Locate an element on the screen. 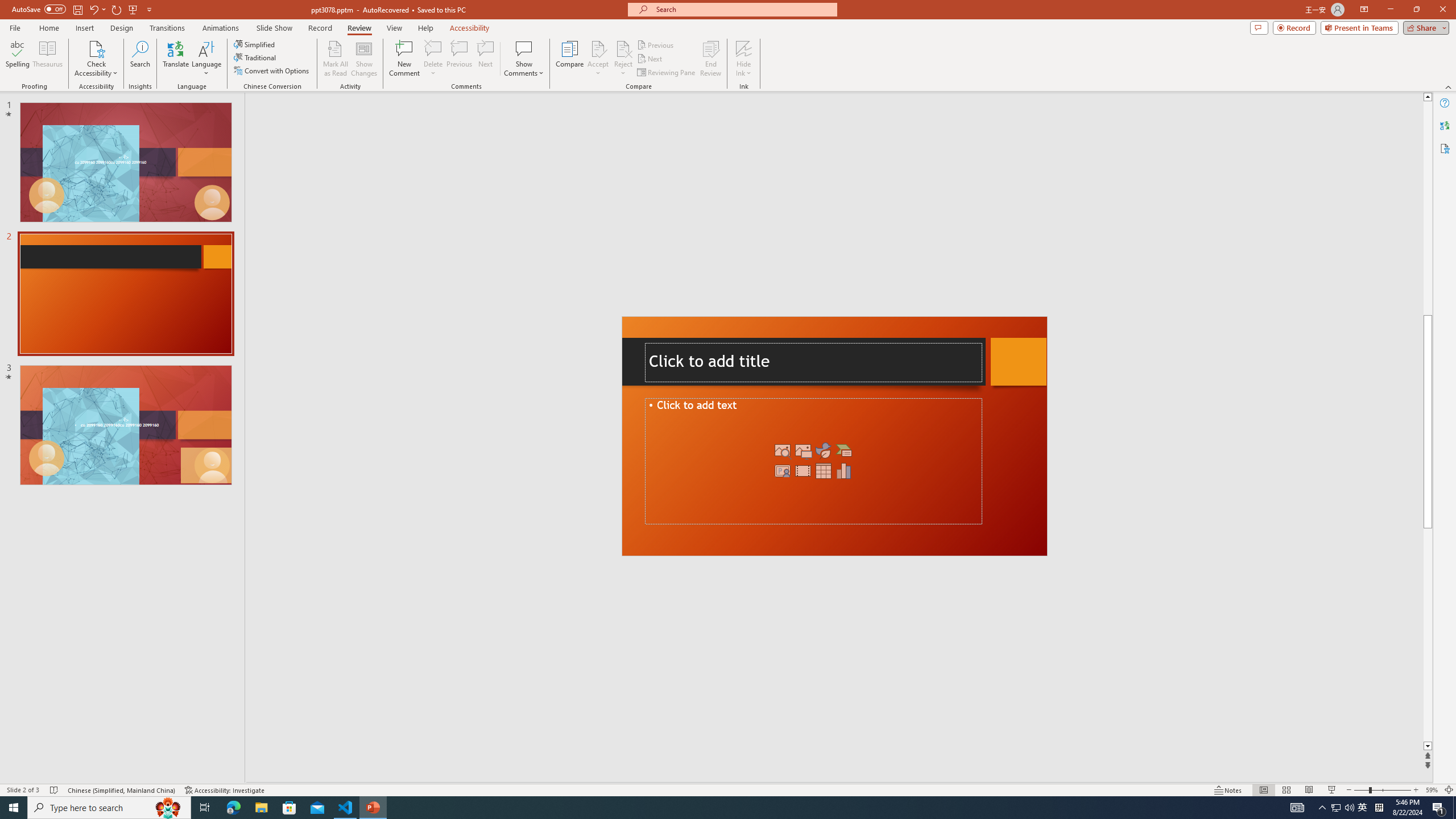 This screenshot has width=1456, height=819. 'Accept Change' is located at coordinates (598, 48).